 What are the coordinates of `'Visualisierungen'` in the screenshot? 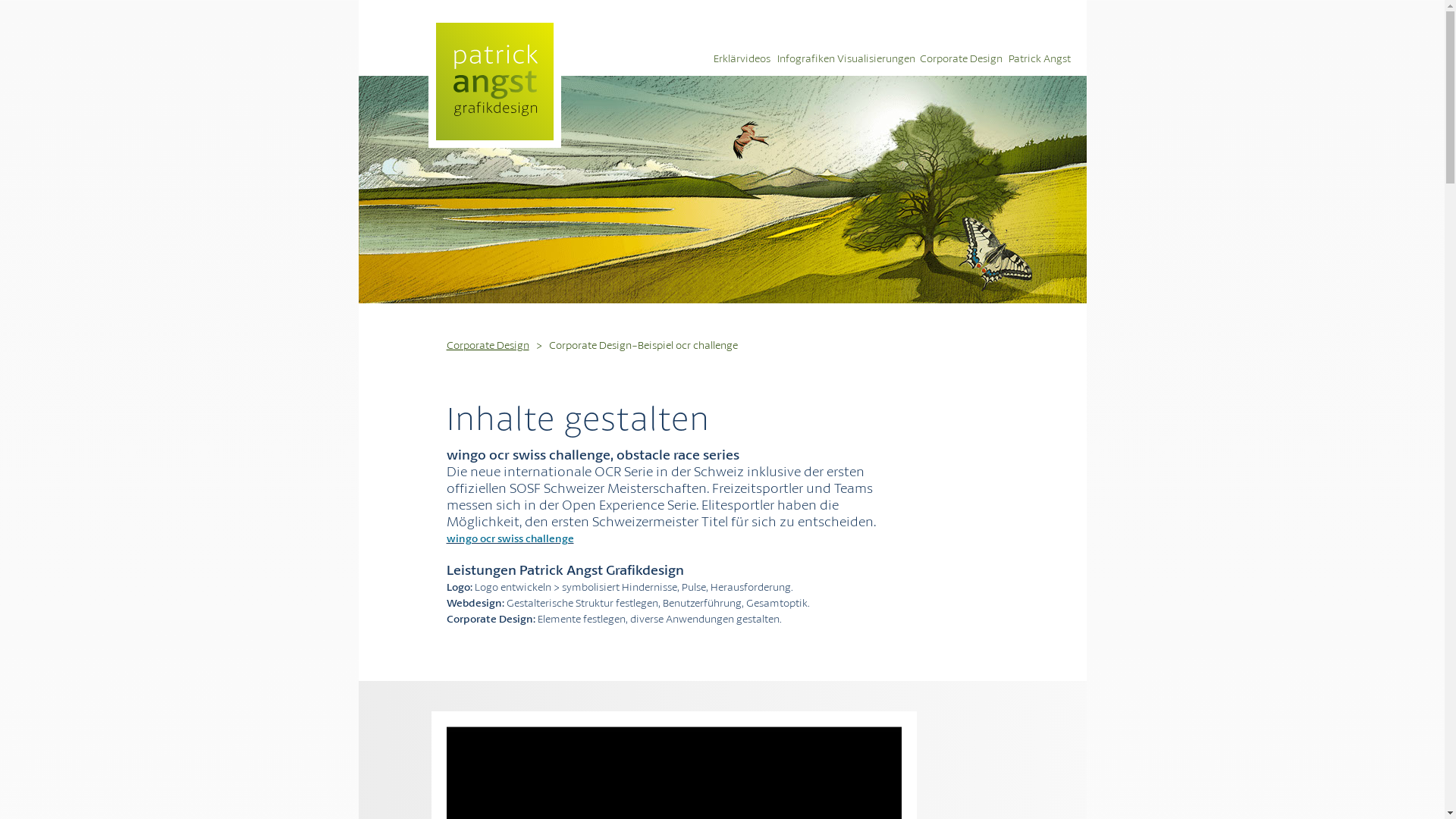 It's located at (877, 57).